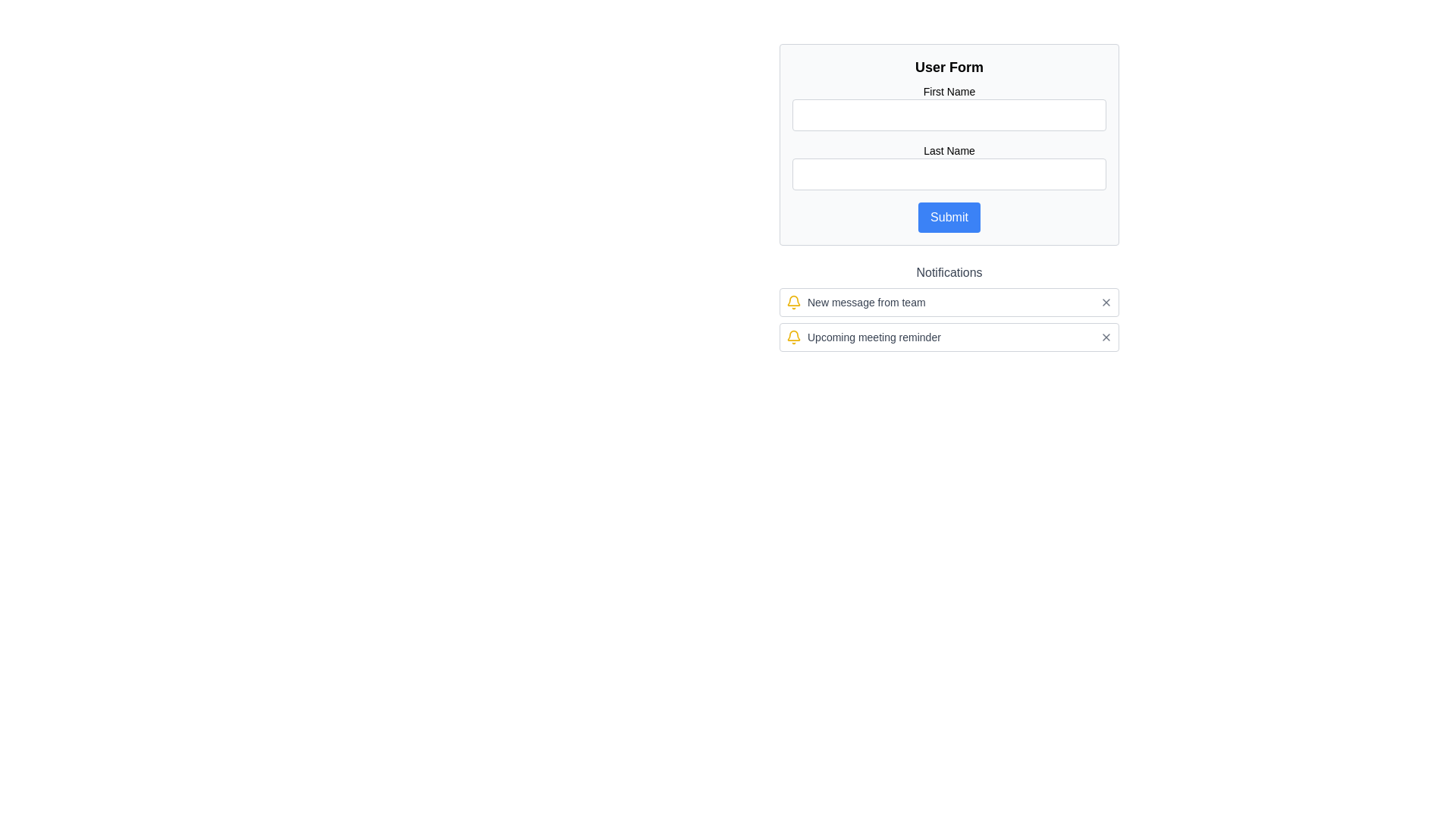  What do you see at coordinates (855, 302) in the screenshot?
I see `the Notification indicator which shows the message 'New message from team' with a yellow bell icon to the left` at bounding box center [855, 302].